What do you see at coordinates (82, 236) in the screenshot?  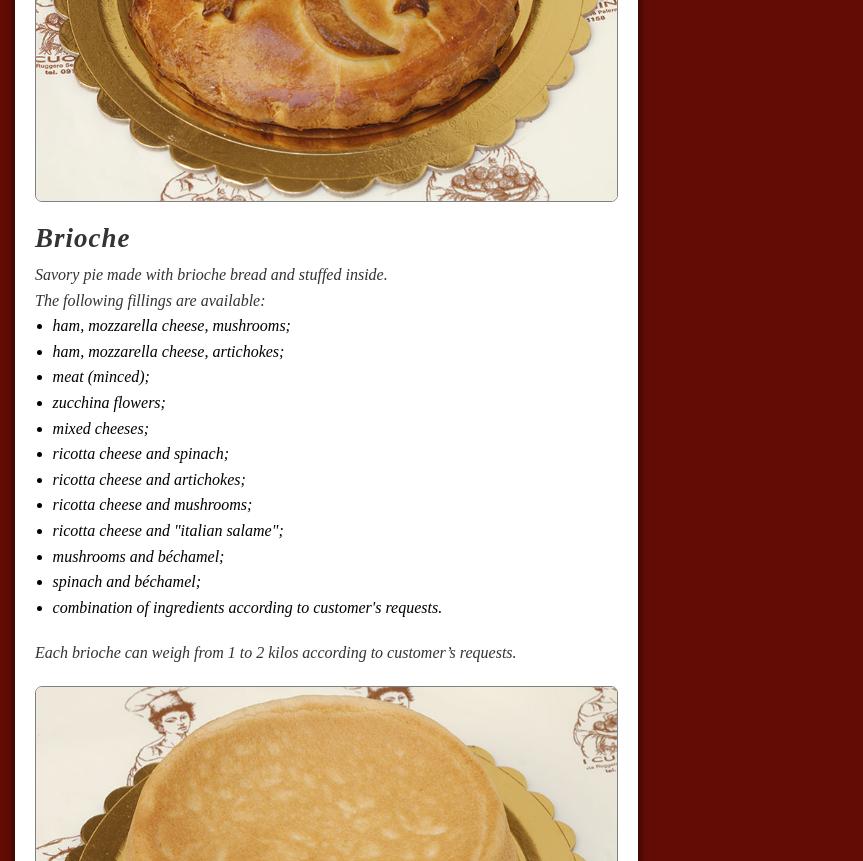 I see `'Brioche'` at bounding box center [82, 236].